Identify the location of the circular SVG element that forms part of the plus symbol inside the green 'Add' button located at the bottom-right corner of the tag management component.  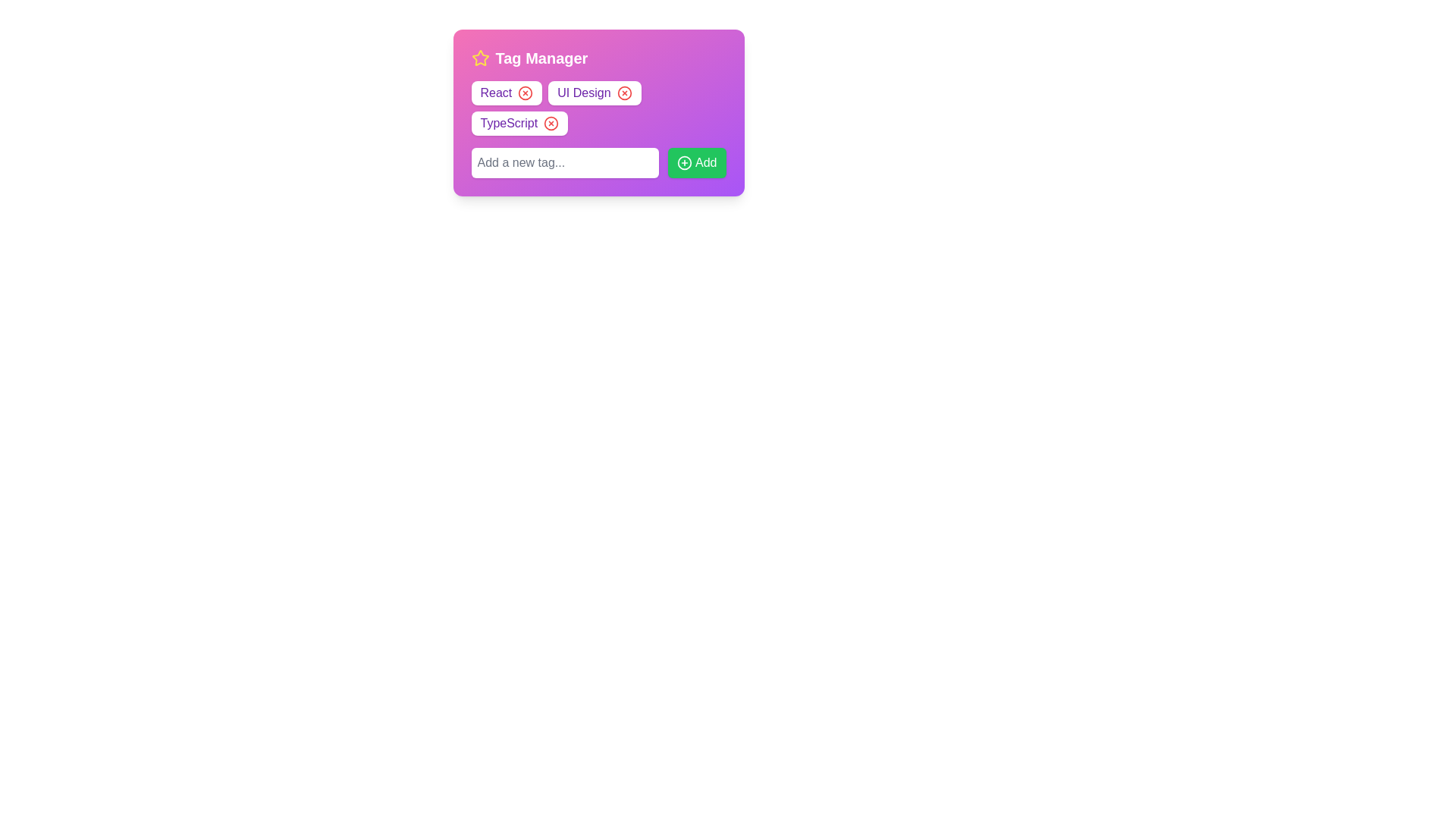
(683, 163).